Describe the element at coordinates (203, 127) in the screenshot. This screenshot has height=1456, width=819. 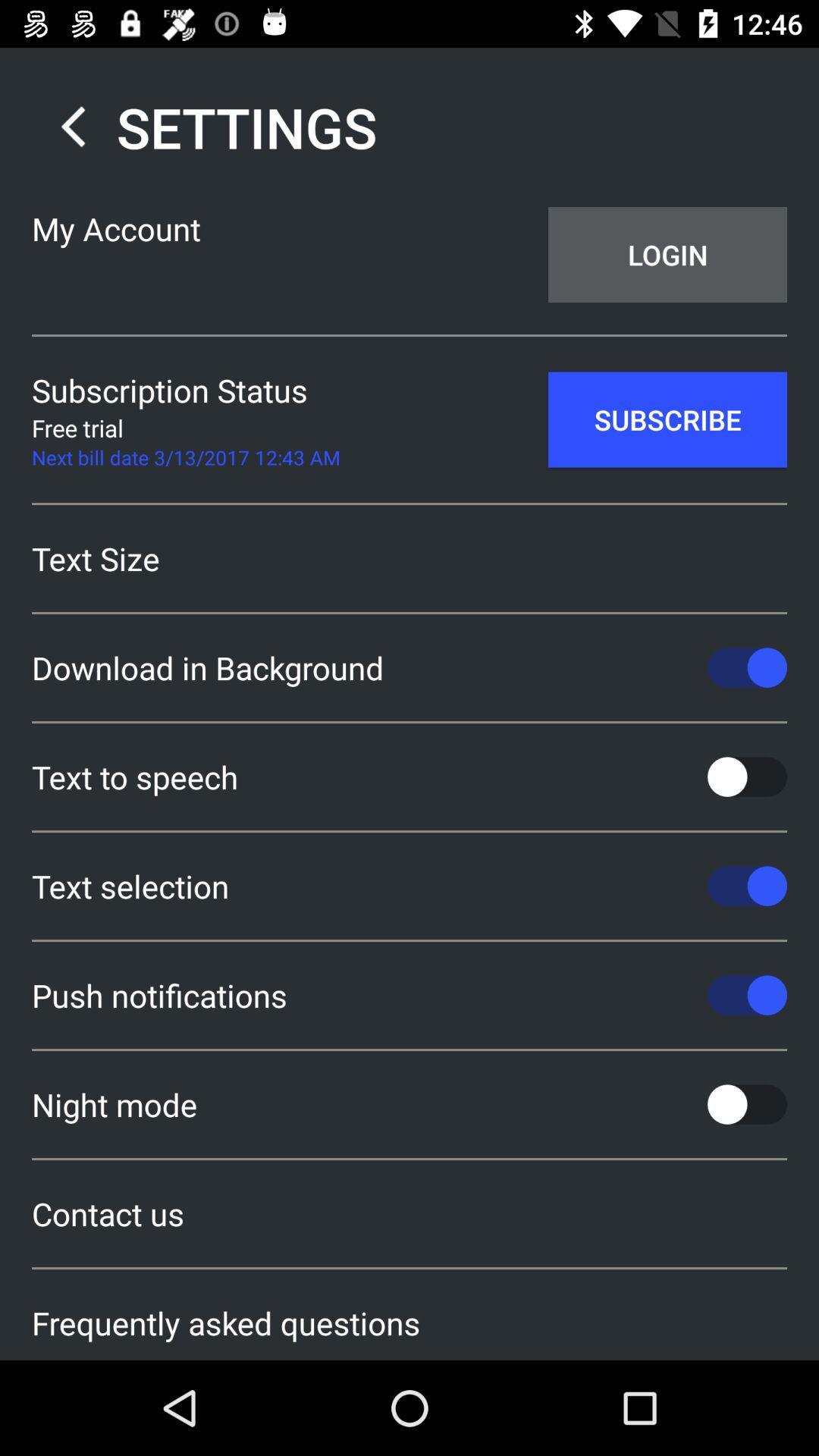
I see `the settings` at that location.